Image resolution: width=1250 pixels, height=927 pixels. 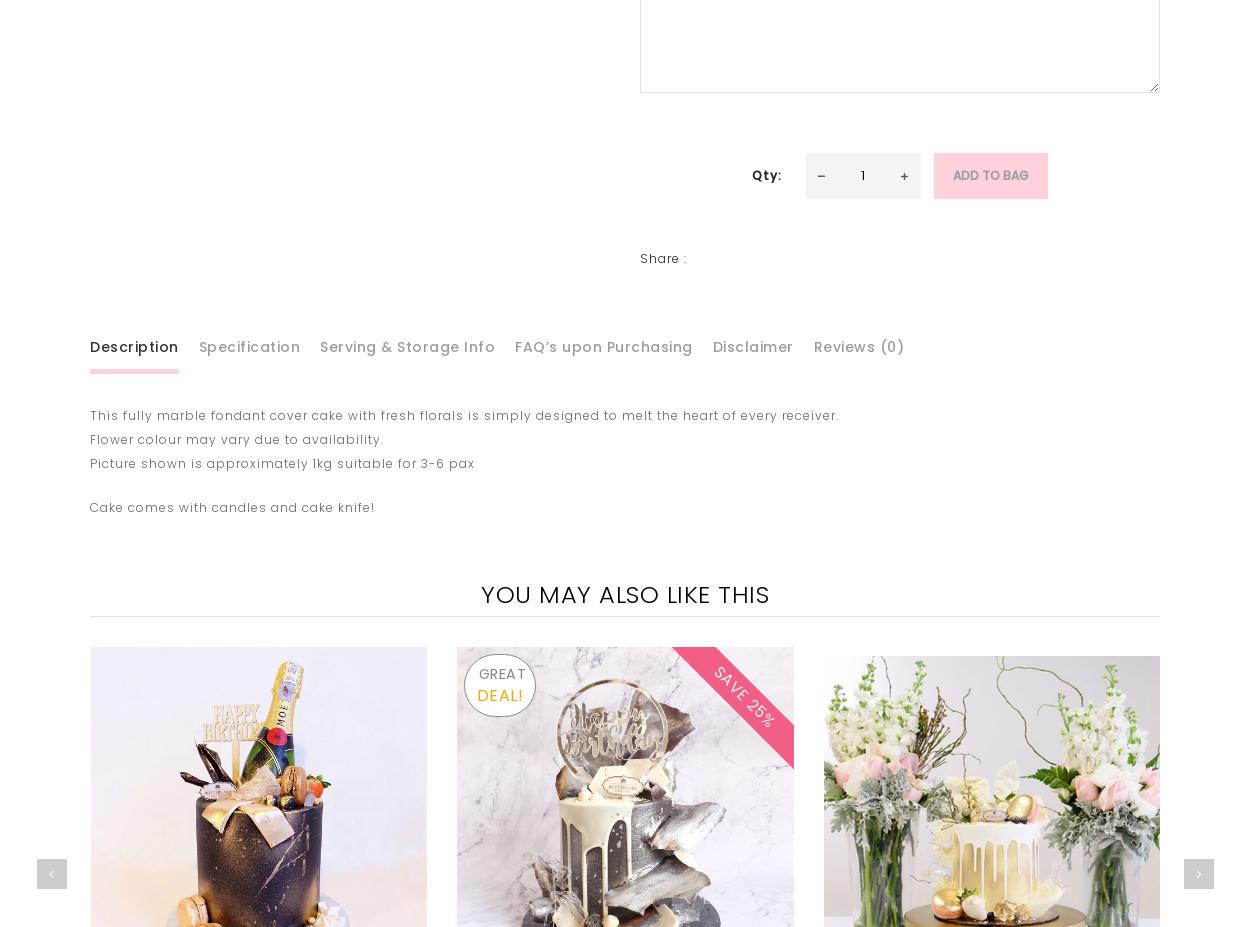 What do you see at coordinates (479, 594) in the screenshot?
I see `'You May Also Like This'` at bounding box center [479, 594].